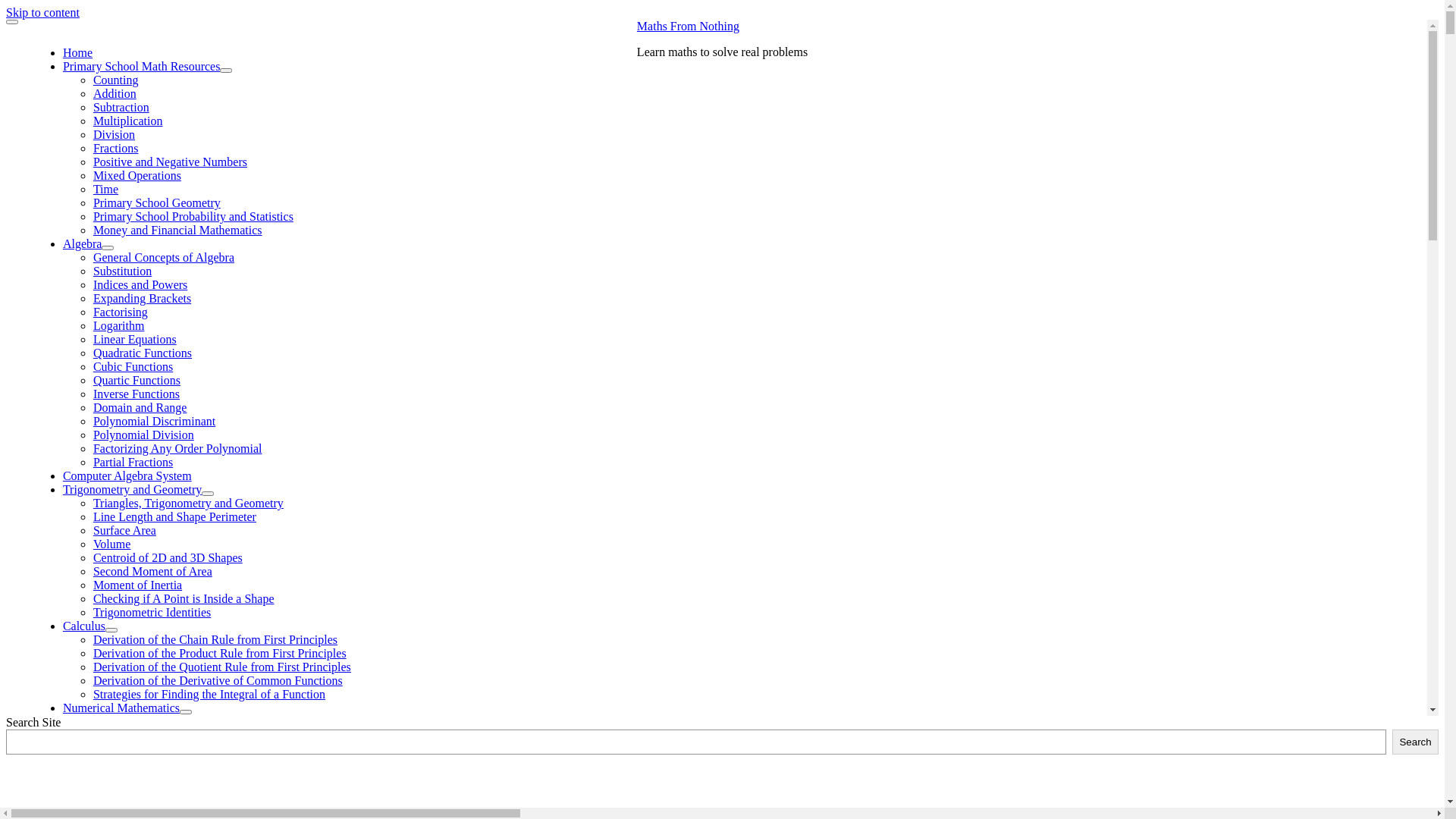  What do you see at coordinates (637, 26) in the screenshot?
I see `'Maths From Nothing'` at bounding box center [637, 26].